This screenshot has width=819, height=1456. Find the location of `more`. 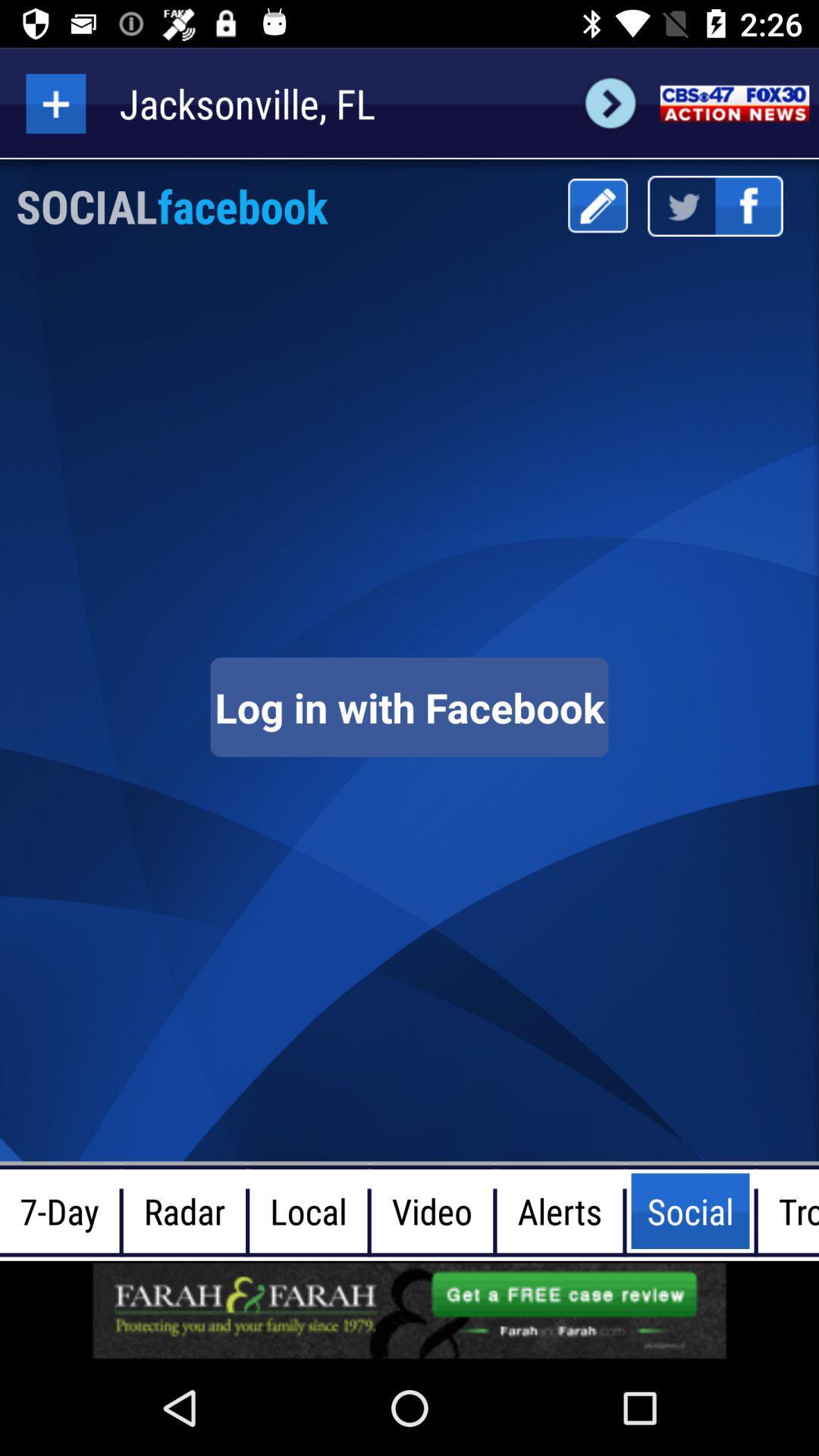

more is located at coordinates (55, 102).